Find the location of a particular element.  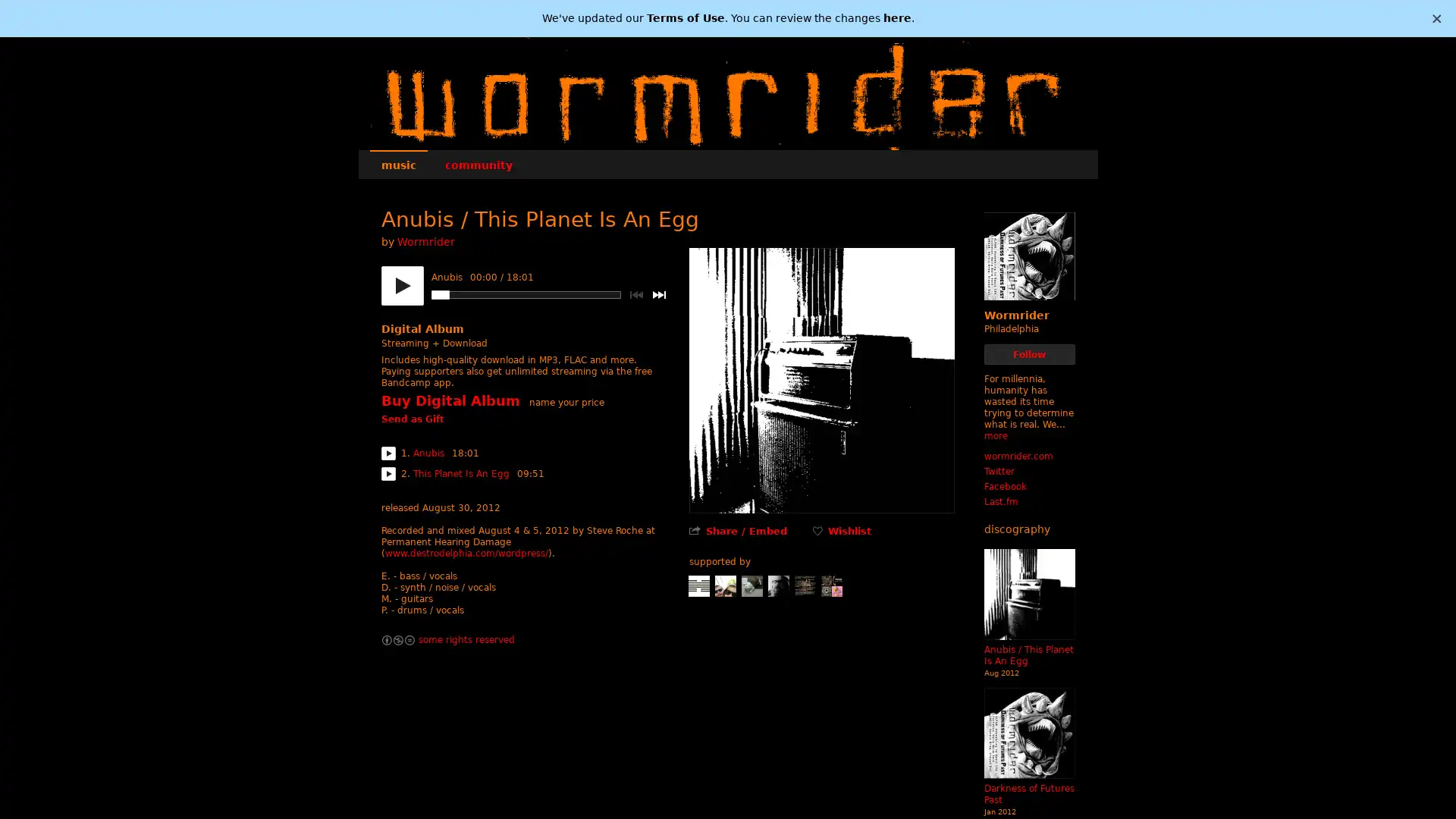

Buy Digital Album is located at coordinates (449, 400).